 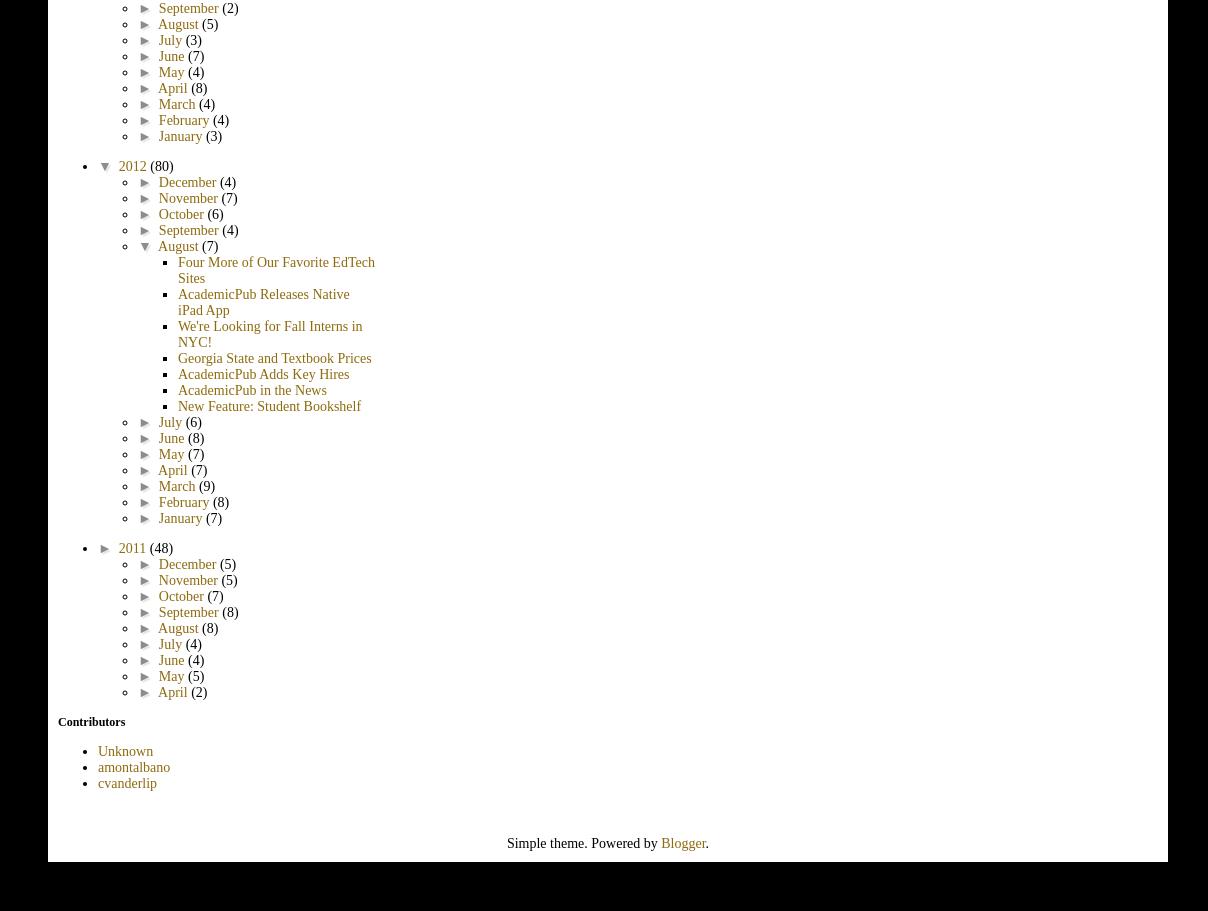 What do you see at coordinates (96, 765) in the screenshot?
I see `'amontalbano'` at bounding box center [96, 765].